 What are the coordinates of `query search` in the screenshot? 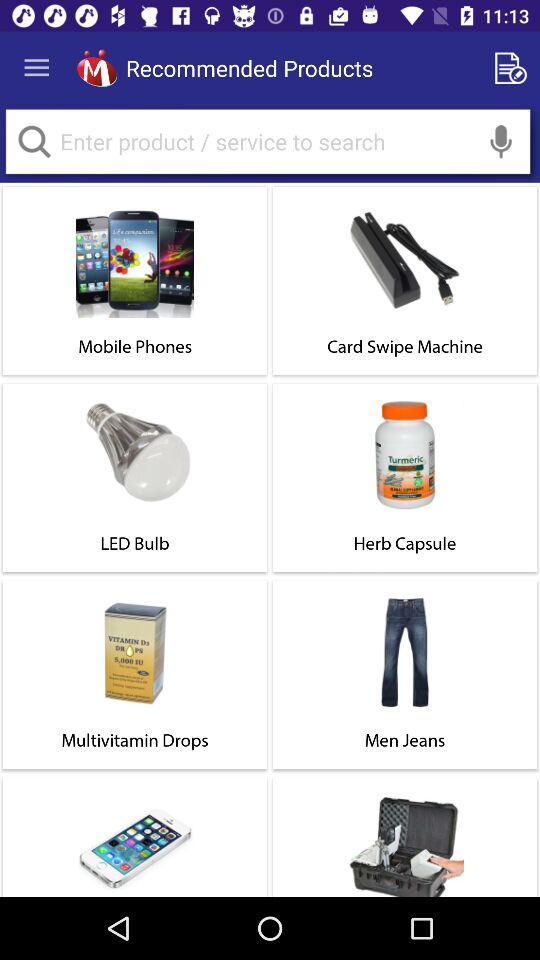 It's located at (267, 140).